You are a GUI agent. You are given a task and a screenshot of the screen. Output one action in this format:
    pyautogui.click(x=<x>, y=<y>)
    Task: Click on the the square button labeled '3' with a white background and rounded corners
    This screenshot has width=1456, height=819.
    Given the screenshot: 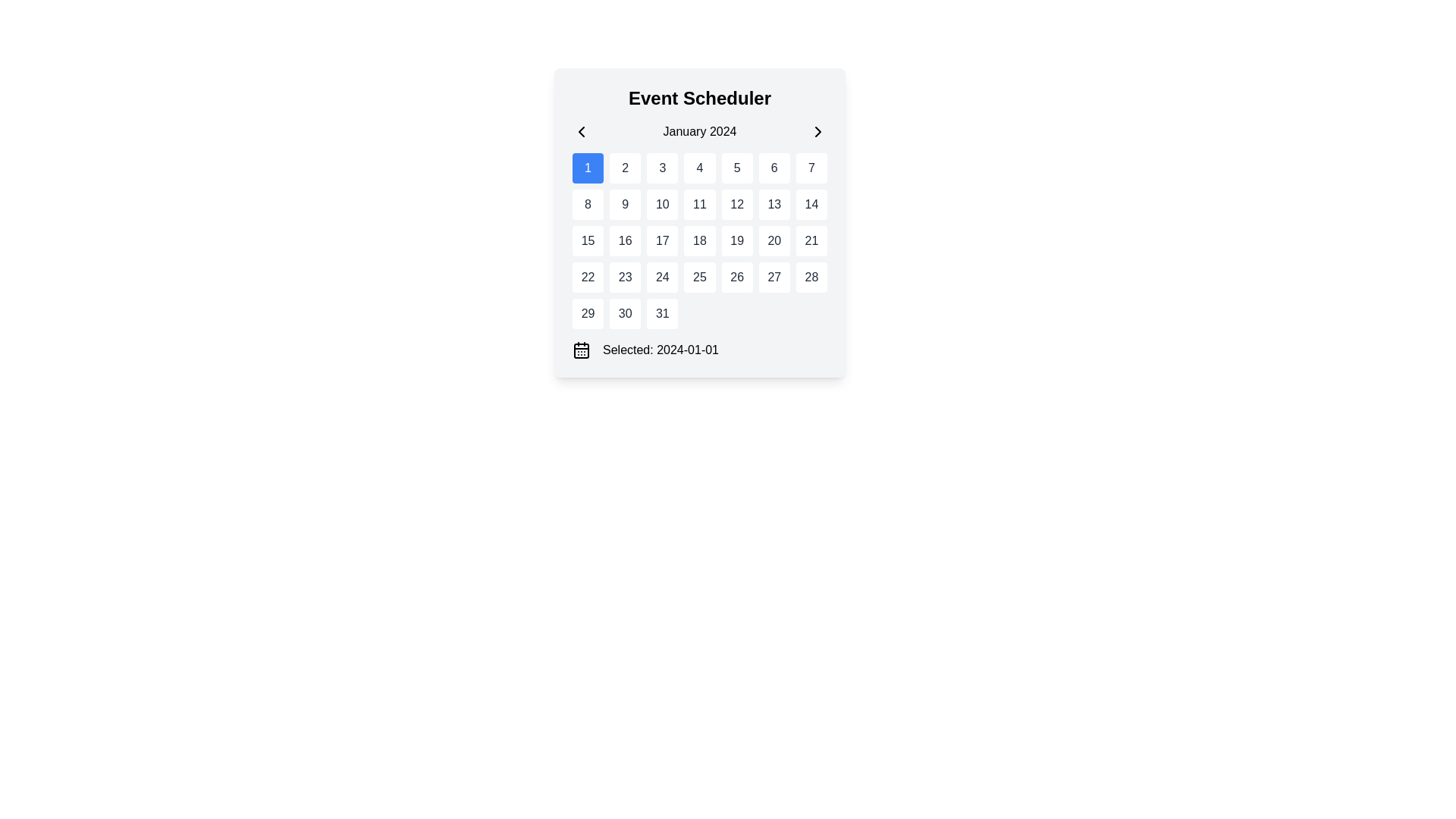 What is the action you would take?
    pyautogui.click(x=662, y=168)
    